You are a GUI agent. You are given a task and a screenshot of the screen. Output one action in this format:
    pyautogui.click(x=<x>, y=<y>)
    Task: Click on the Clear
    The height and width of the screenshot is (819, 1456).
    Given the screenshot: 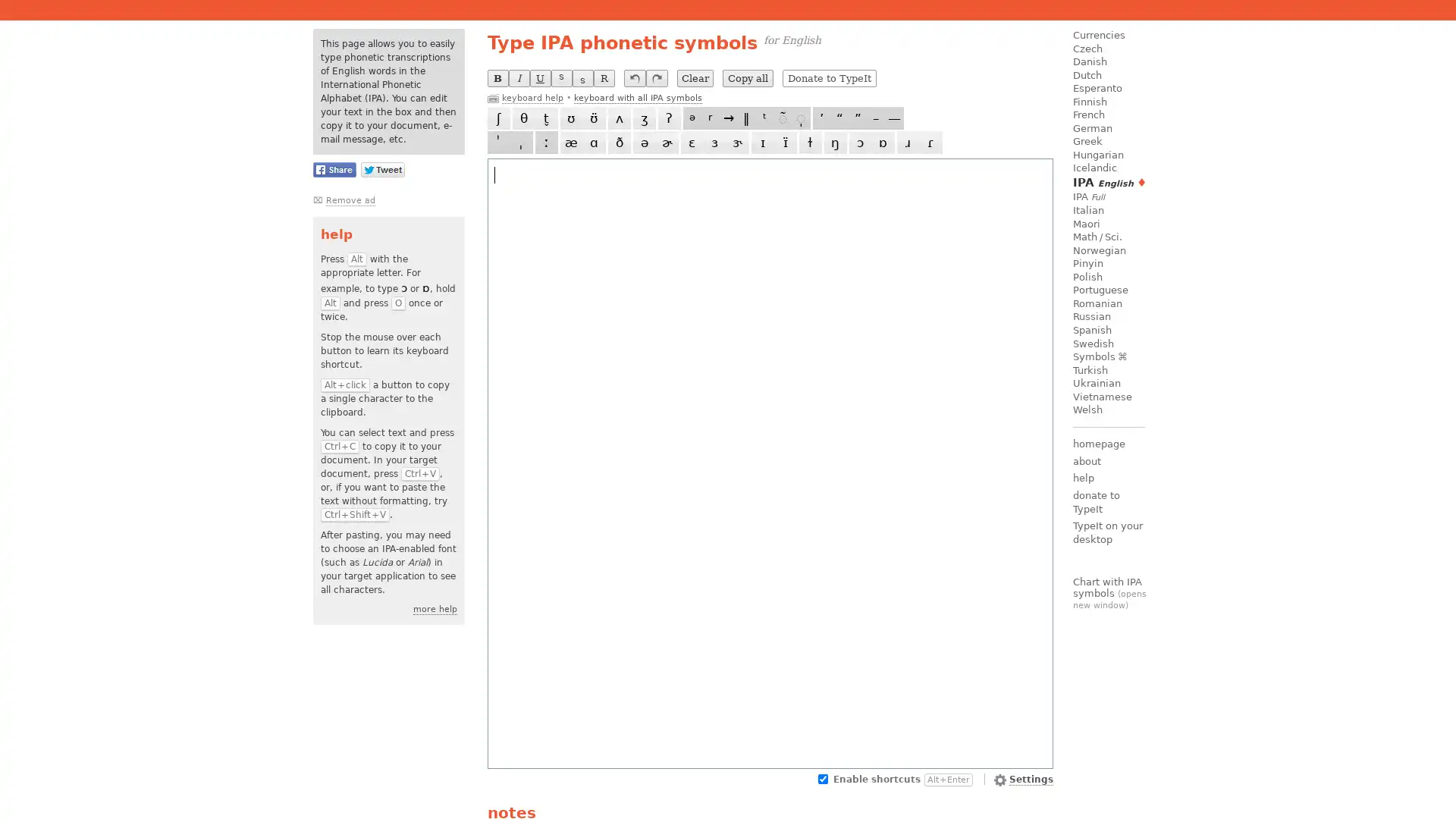 What is the action you would take?
    pyautogui.click(x=694, y=78)
    